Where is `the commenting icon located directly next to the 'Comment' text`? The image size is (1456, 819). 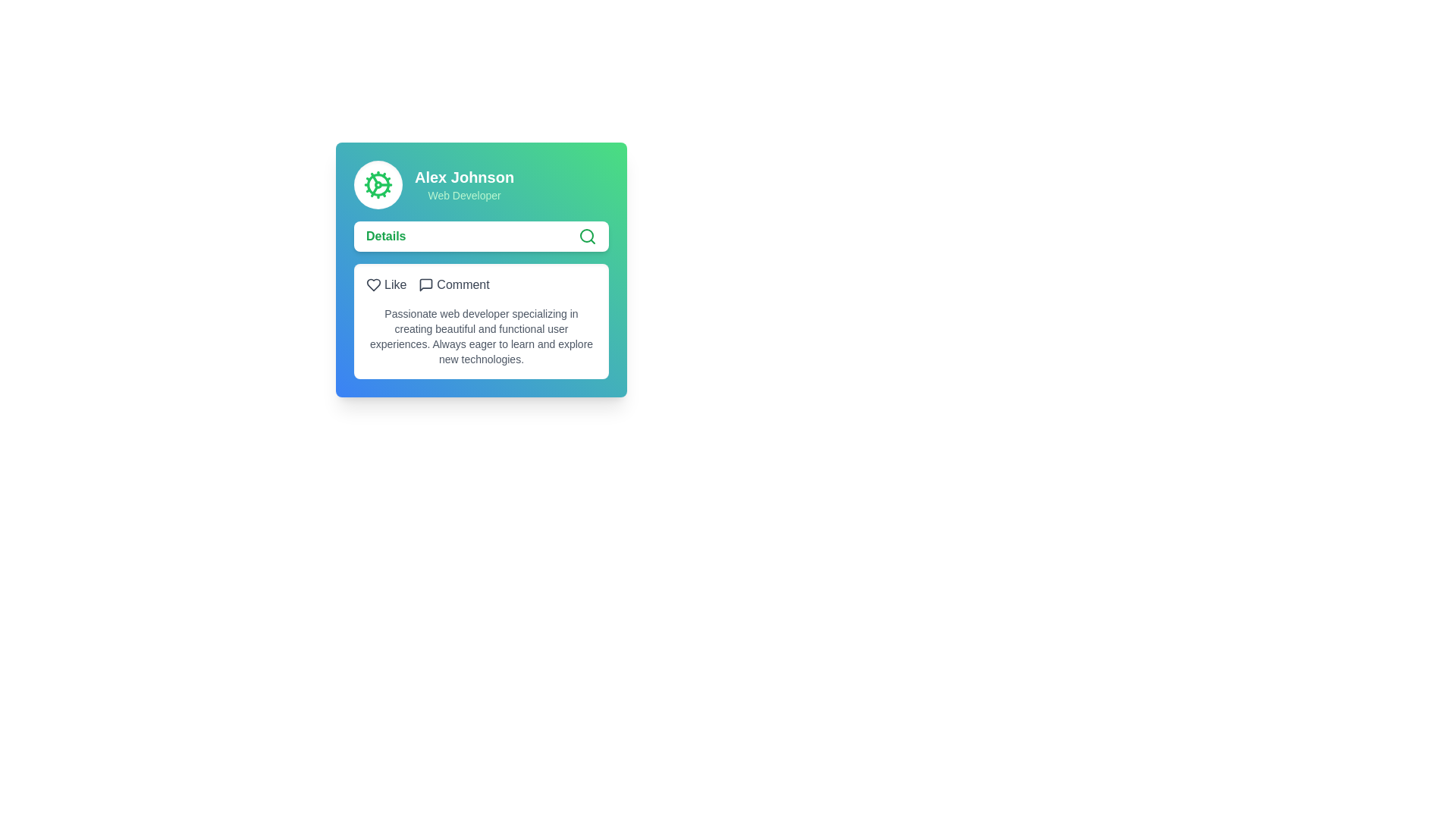
the commenting icon located directly next to the 'Comment' text is located at coordinates (425, 284).